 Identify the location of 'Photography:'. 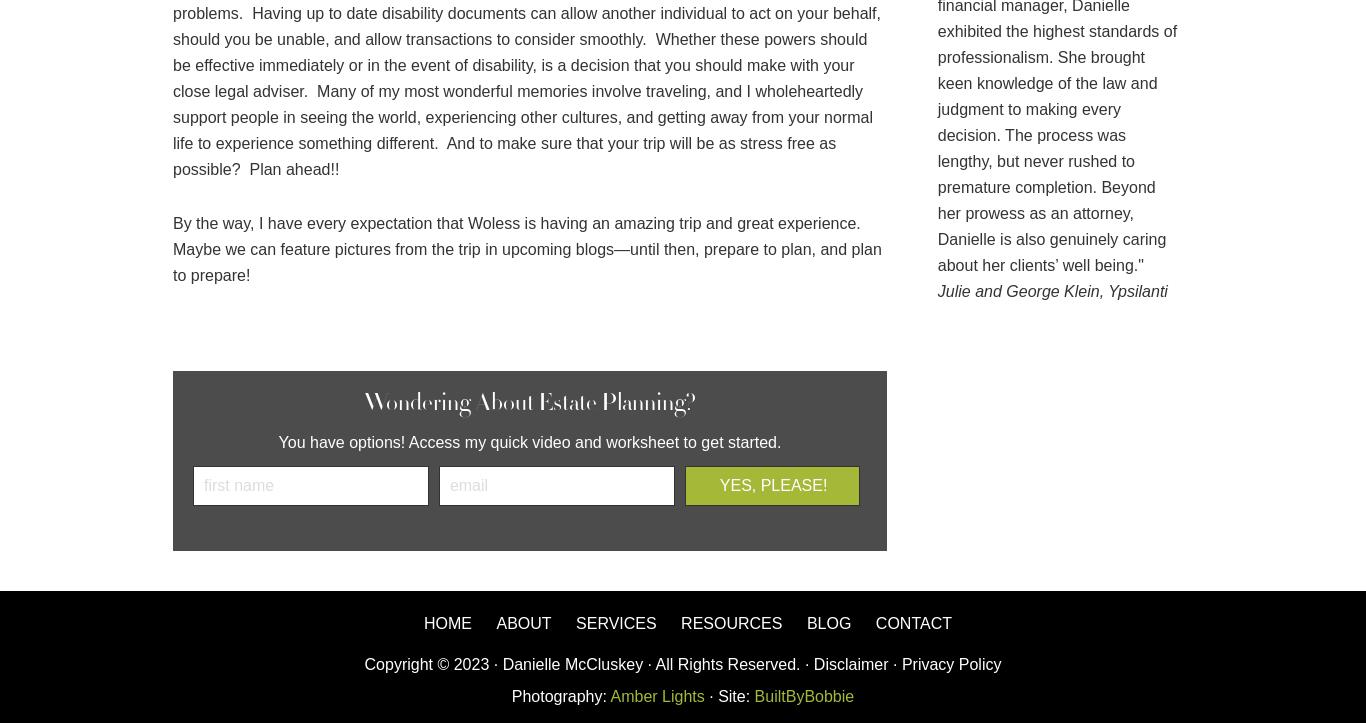
(560, 695).